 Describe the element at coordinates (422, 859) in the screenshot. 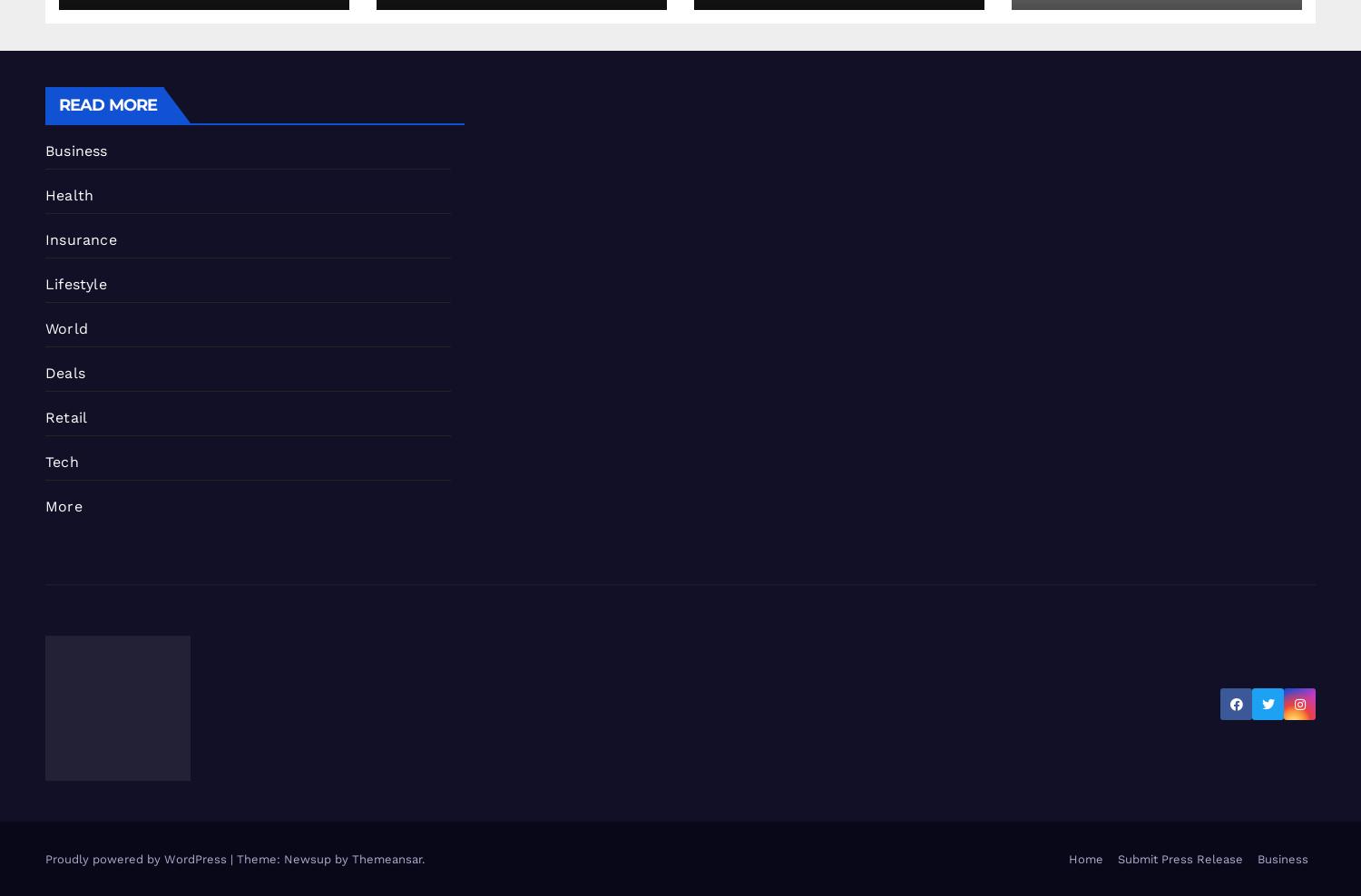

I see `'.'` at that location.